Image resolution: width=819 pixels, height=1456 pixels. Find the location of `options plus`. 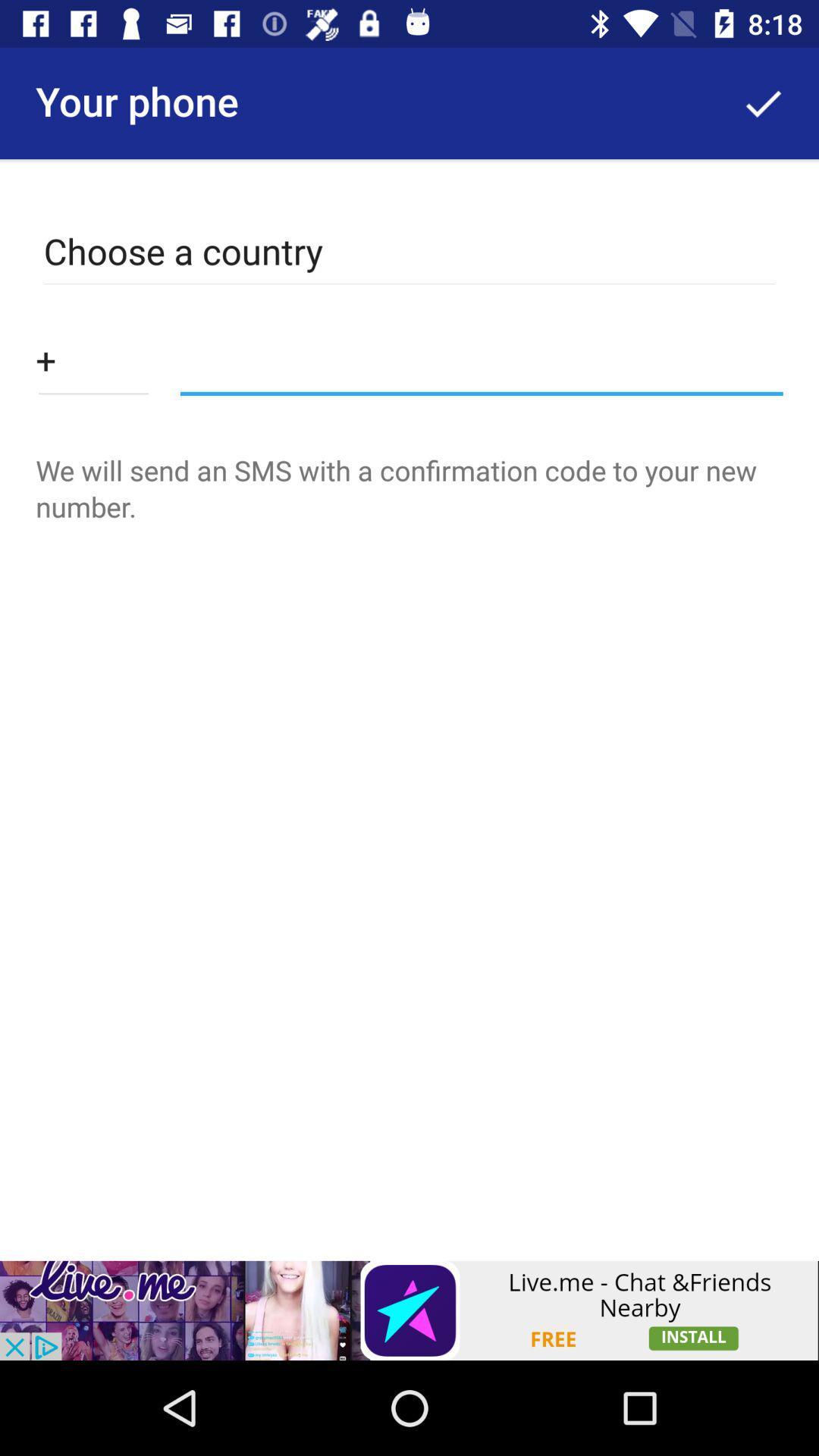

options plus is located at coordinates (93, 359).